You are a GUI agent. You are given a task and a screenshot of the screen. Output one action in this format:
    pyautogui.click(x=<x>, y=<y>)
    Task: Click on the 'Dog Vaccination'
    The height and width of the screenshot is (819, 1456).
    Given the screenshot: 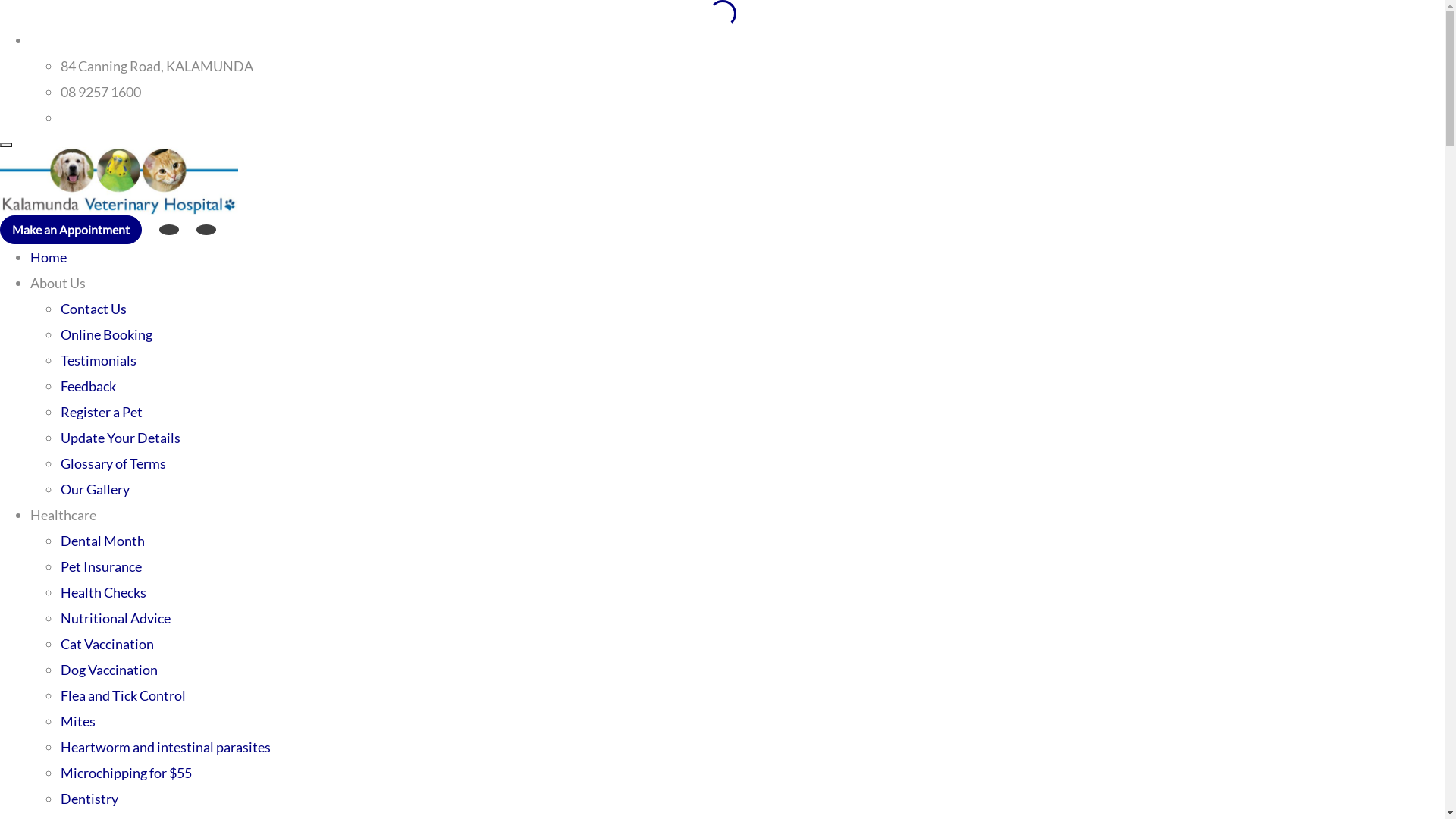 What is the action you would take?
    pyautogui.click(x=61, y=669)
    